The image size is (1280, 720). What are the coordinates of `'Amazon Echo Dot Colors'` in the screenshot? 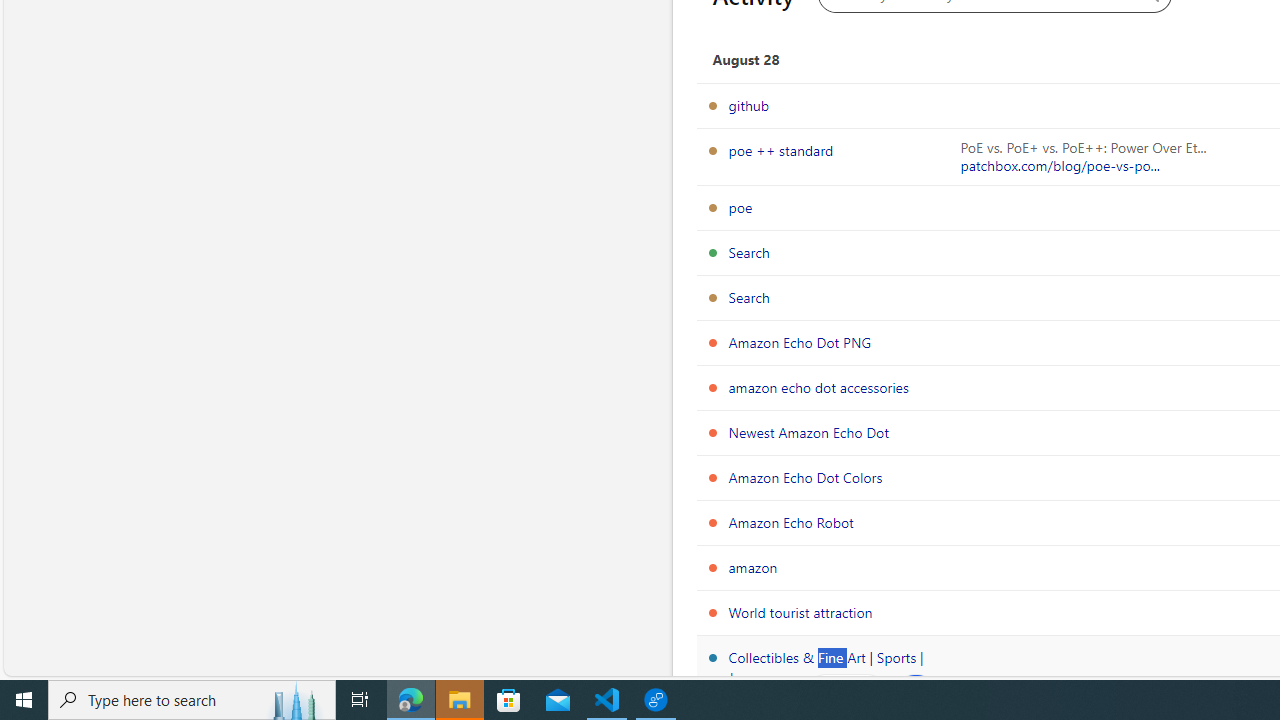 It's located at (805, 477).